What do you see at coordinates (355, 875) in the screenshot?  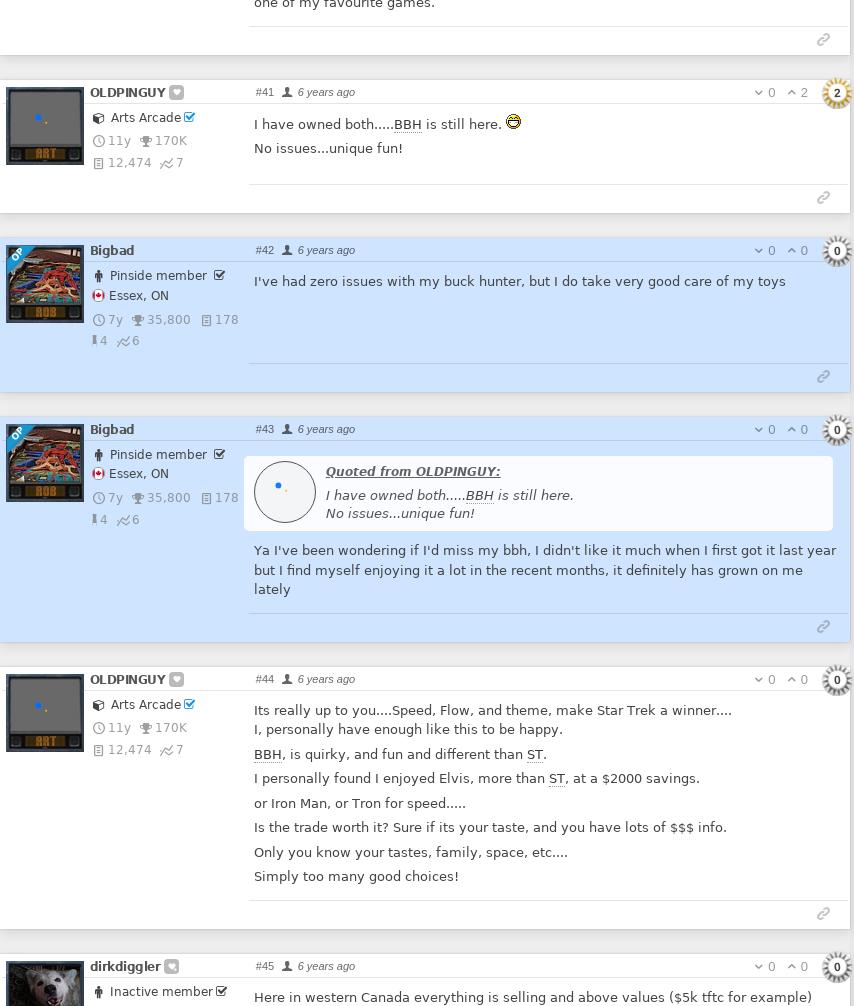 I see `'Simply too many good choices!'` at bounding box center [355, 875].